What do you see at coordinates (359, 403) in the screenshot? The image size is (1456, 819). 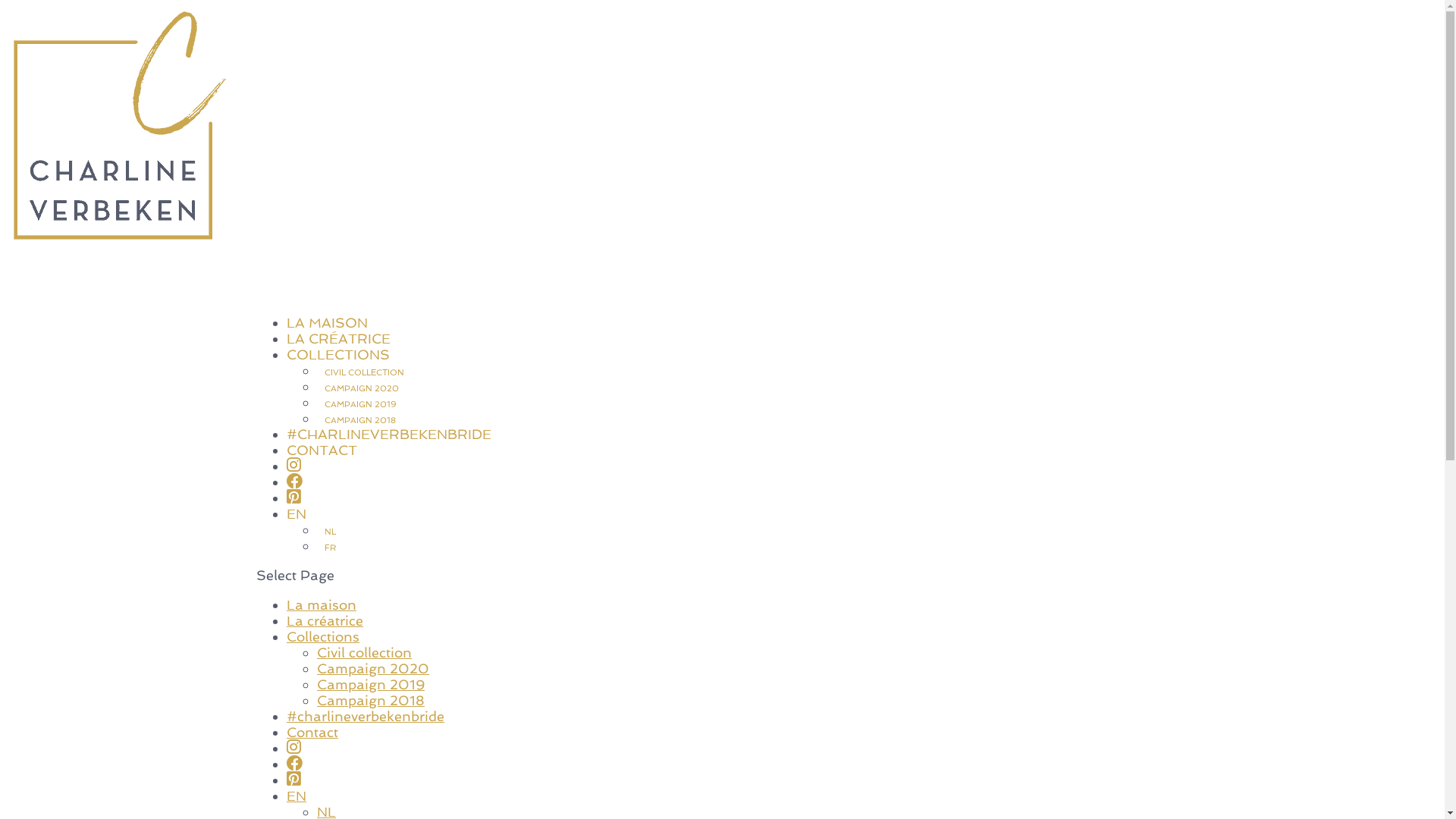 I see `'CAMPAIGN 2019'` at bounding box center [359, 403].